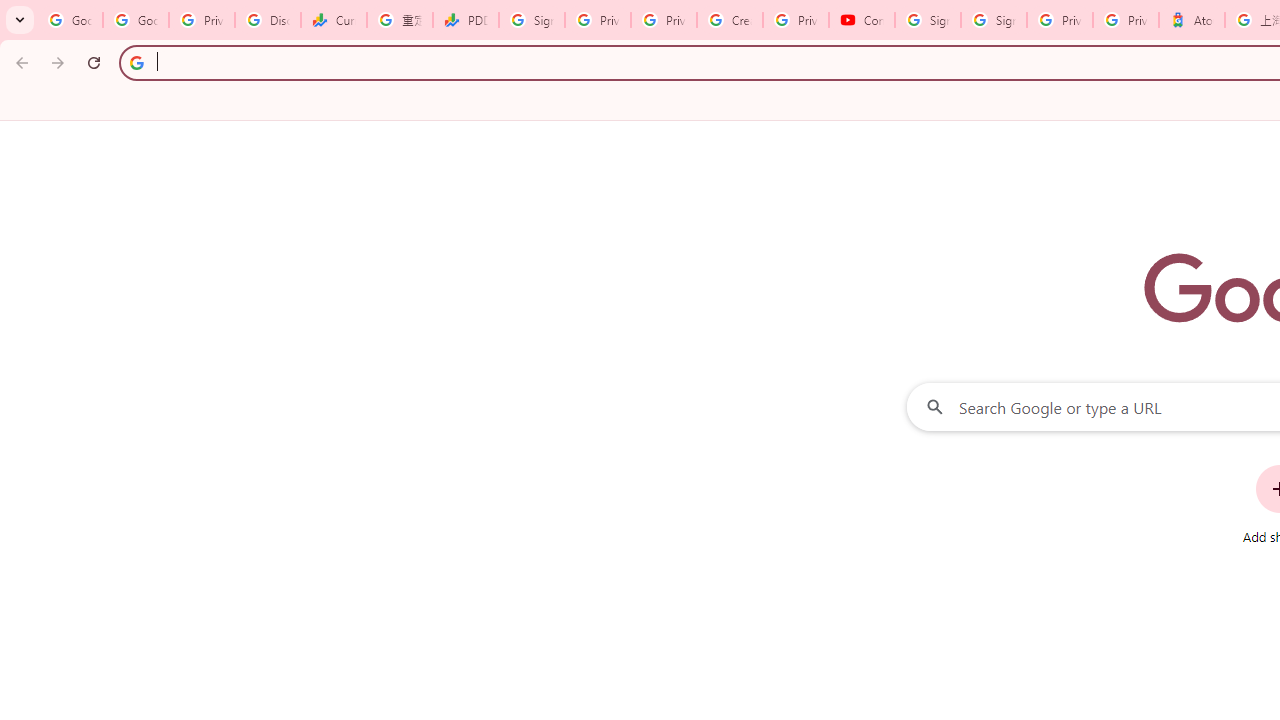  What do you see at coordinates (927, 20) in the screenshot?
I see `'Sign in - Google Accounts'` at bounding box center [927, 20].